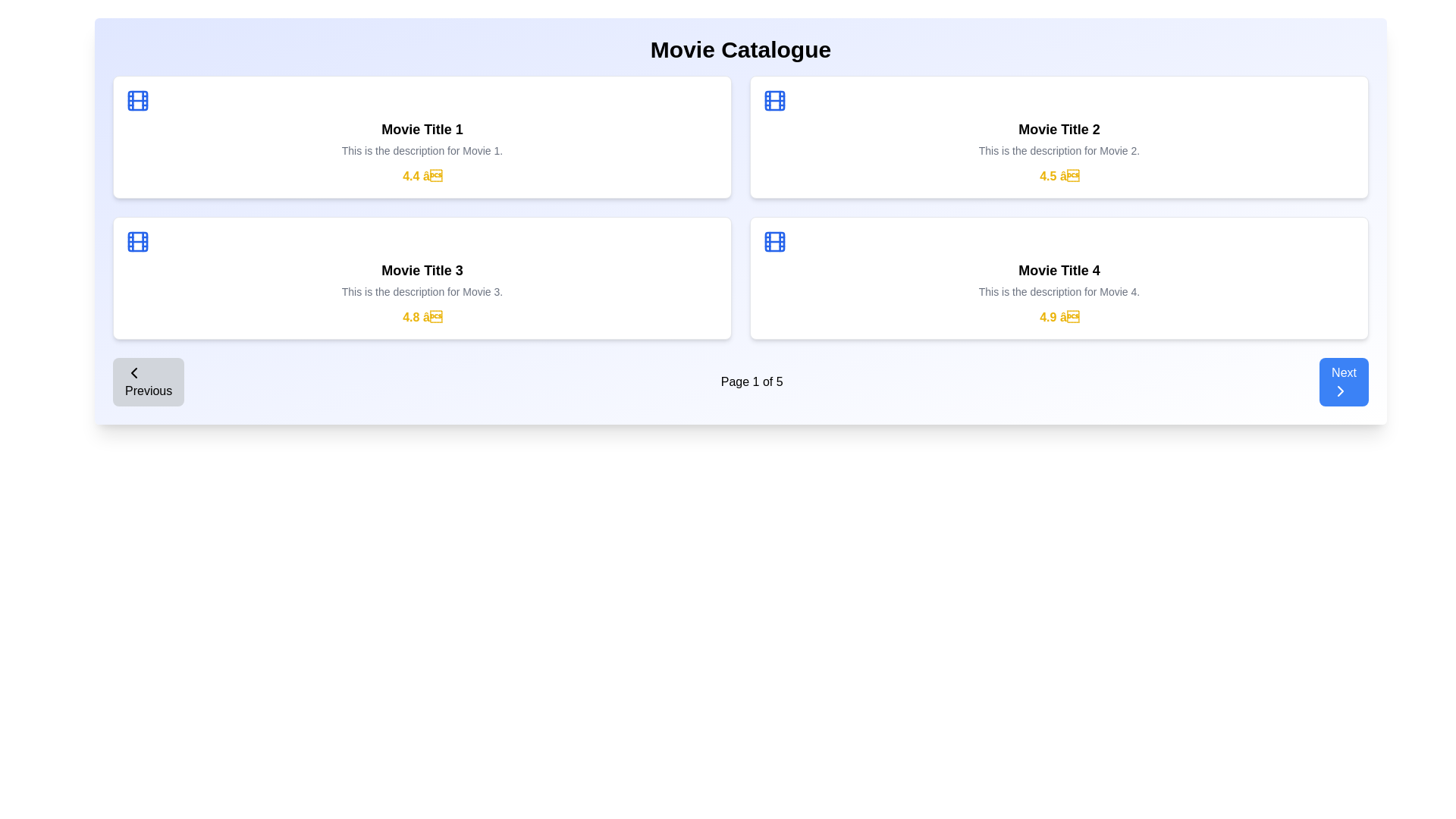 This screenshot has height=819, width=1456. What do you see at coordinates (422, 270) in the screenshot?
I see `text displayed in the bold title 'Movie Title 3' located in the lower-left section of a 2x2 grid of movie cards` at bounding box center [422, 270].